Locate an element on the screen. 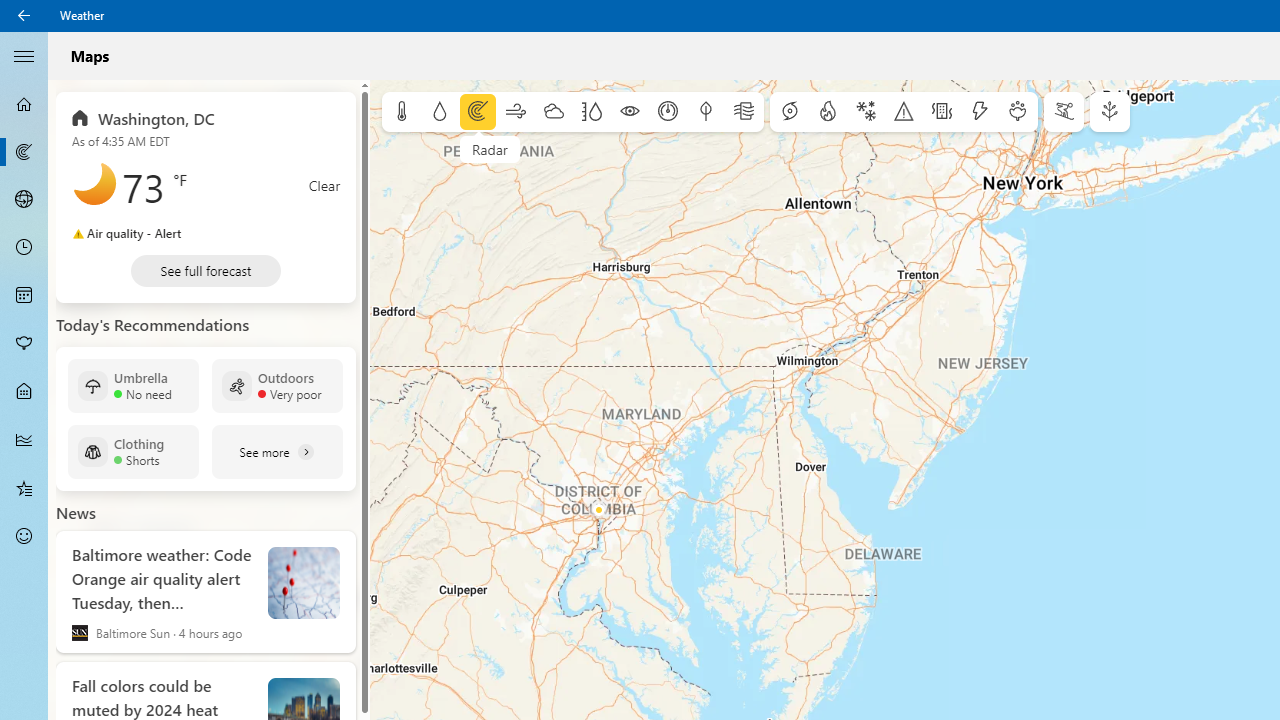  'Collapse Navigation' is located at coordinates (24, 54).